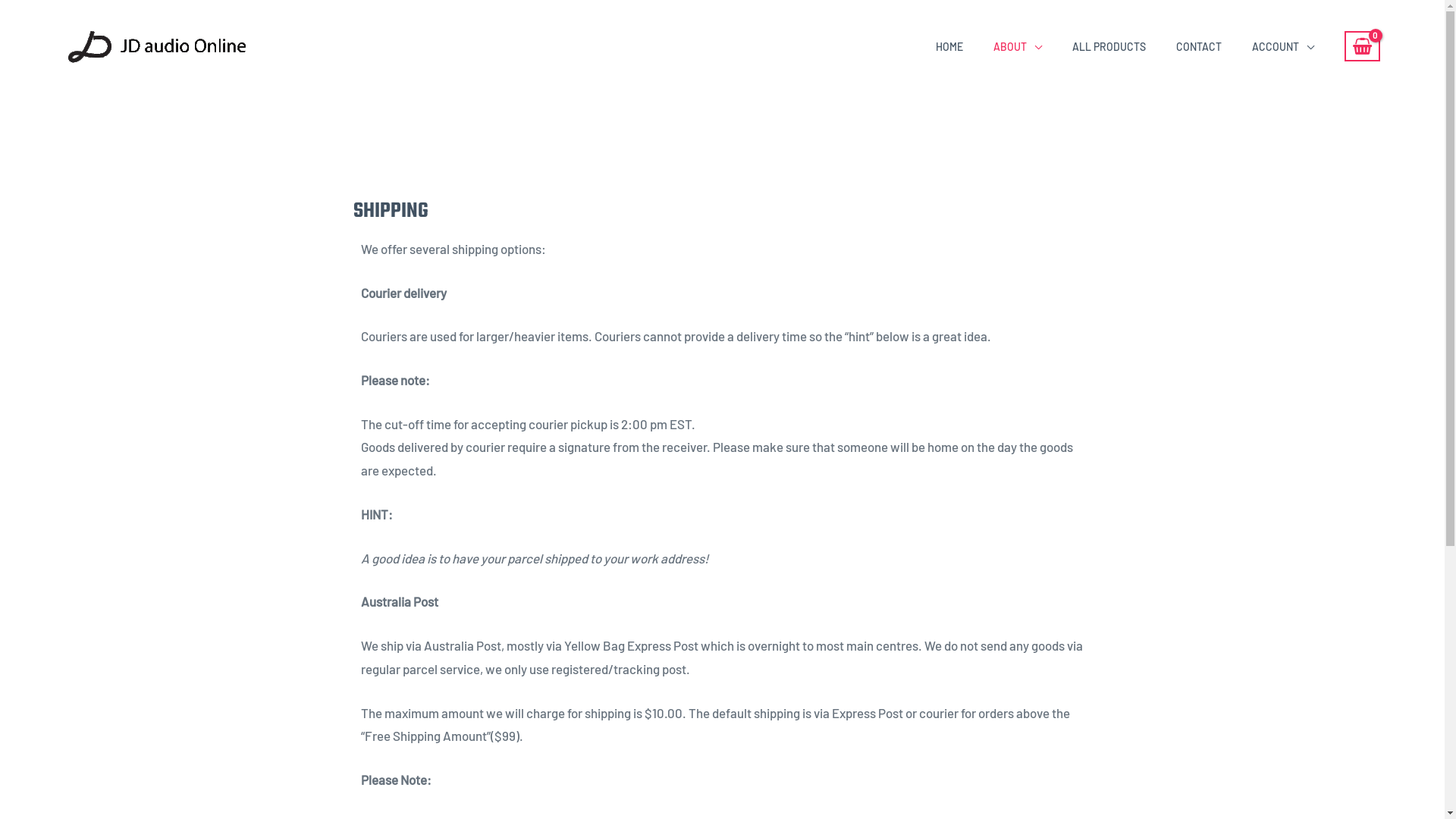 The width and height of the screenshot is (1456, 819). Describe the element at coordinates (1282, 45) in the screenshot. I see `'ACCOUNT'` at that location.